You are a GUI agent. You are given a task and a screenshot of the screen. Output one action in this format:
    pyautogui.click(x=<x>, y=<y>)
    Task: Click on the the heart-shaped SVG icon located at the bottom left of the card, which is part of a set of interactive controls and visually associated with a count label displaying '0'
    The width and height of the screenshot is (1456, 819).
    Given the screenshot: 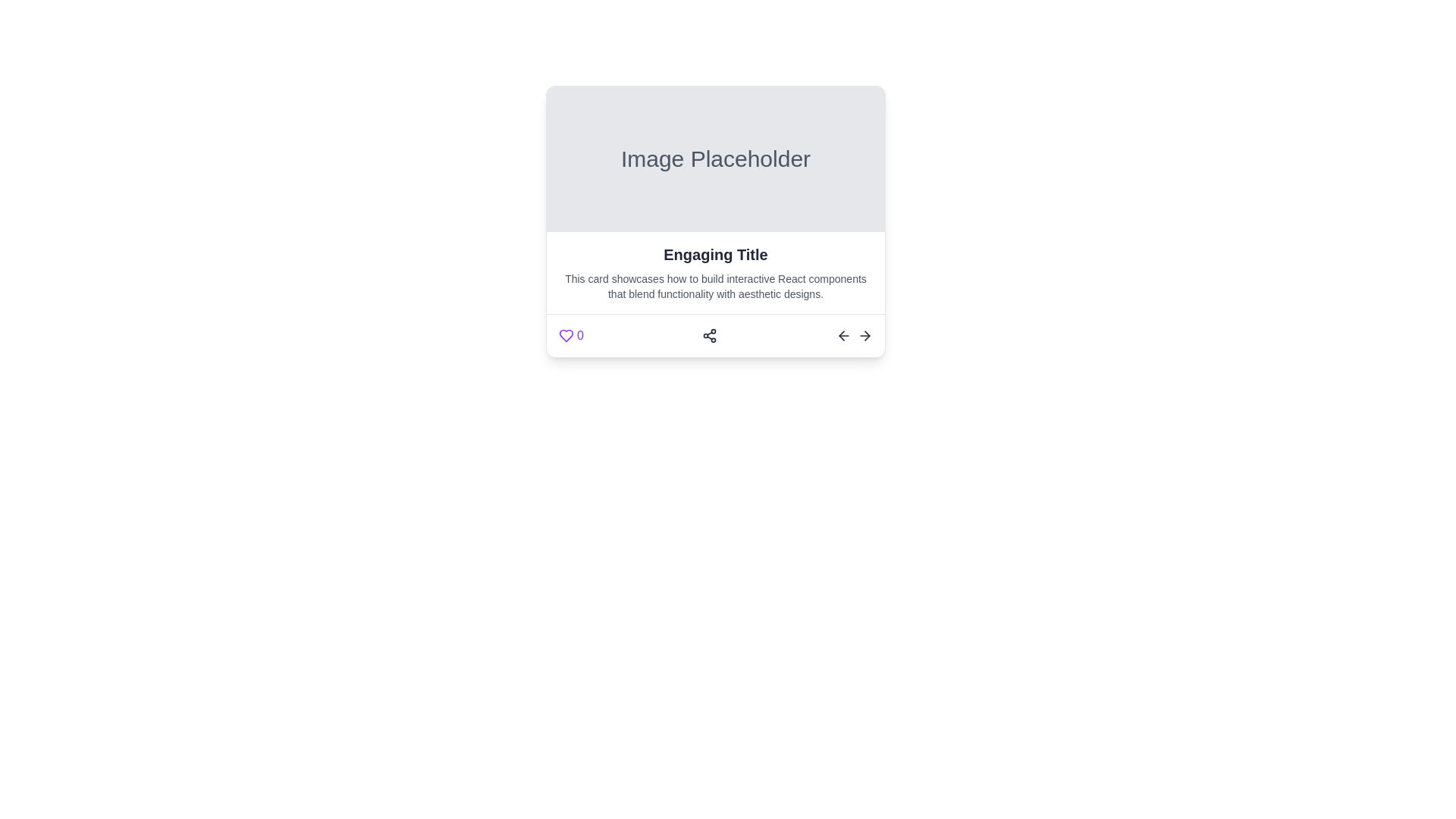 What is the action you would take?
    pyautogui.click(x=566, y=335)
    